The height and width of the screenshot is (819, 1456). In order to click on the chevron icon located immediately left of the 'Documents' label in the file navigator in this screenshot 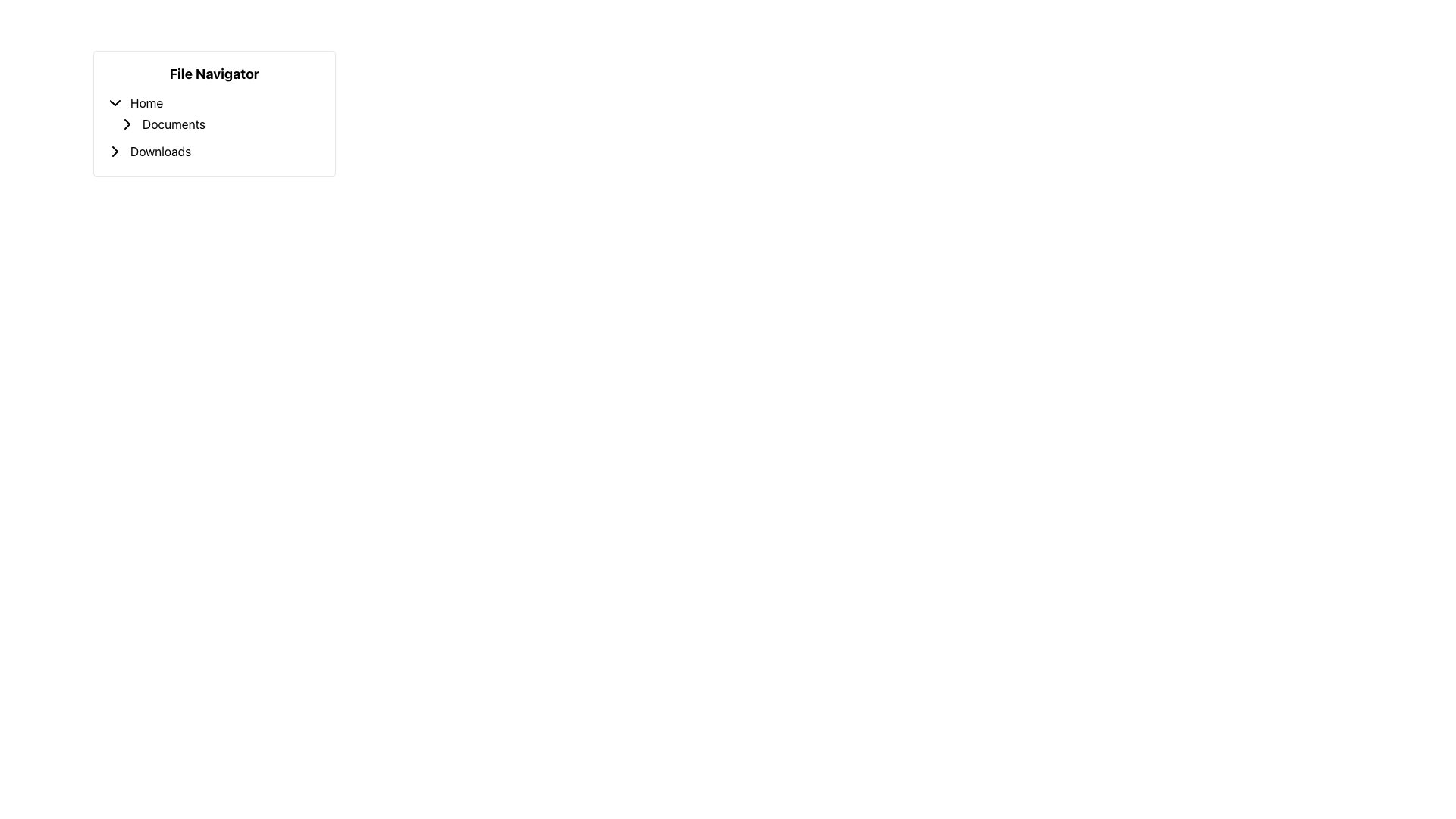, I will do `click(127, 124)`.